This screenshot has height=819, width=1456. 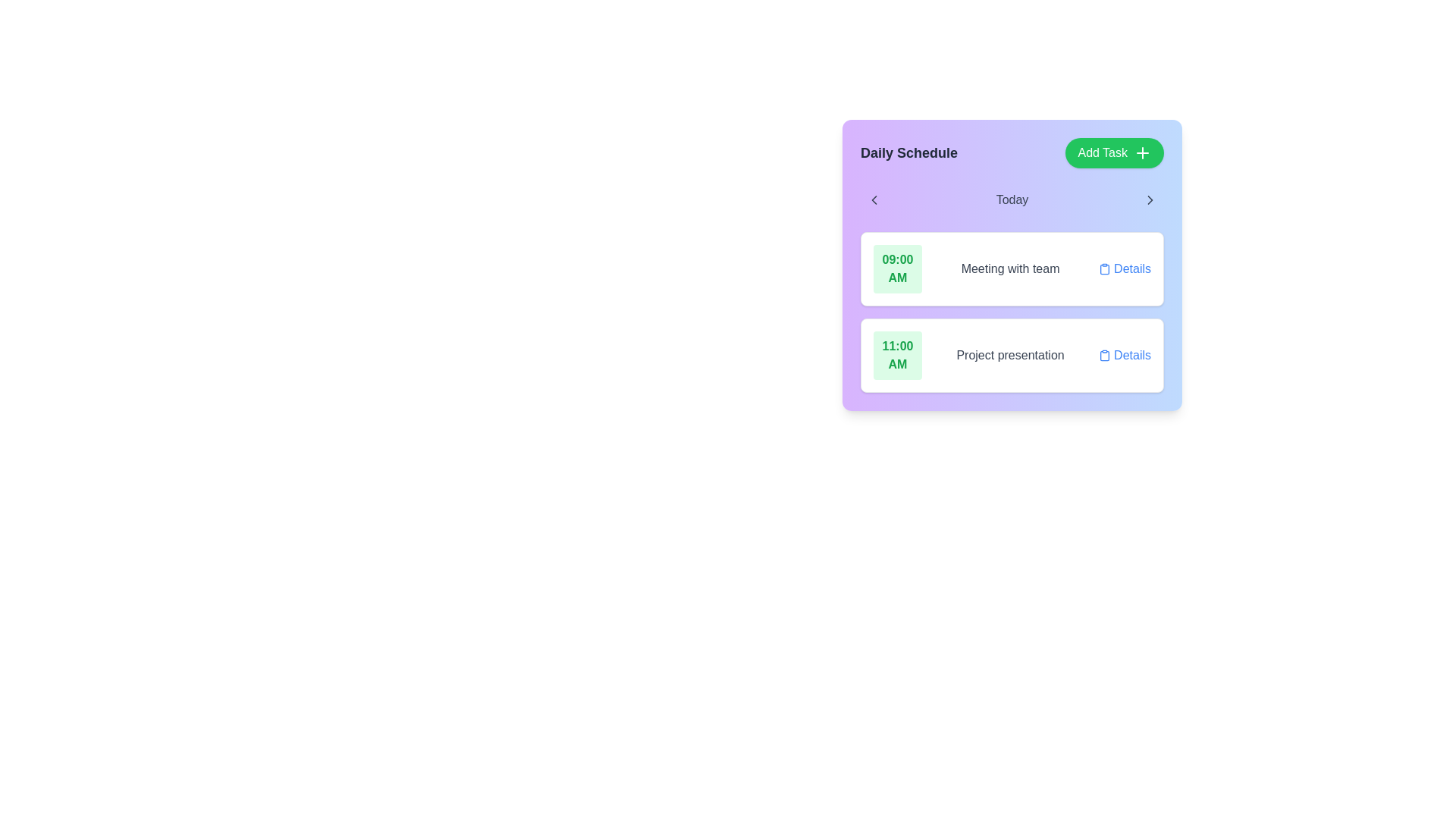 What do you see at coordinates (1143, 152) in the screenshot?
I see `the icon located to the right of the 'Add Task' text within the green rounded button in the upper right corner of the 'Daily Schedule' panel` at bounding box center [1143, 152].